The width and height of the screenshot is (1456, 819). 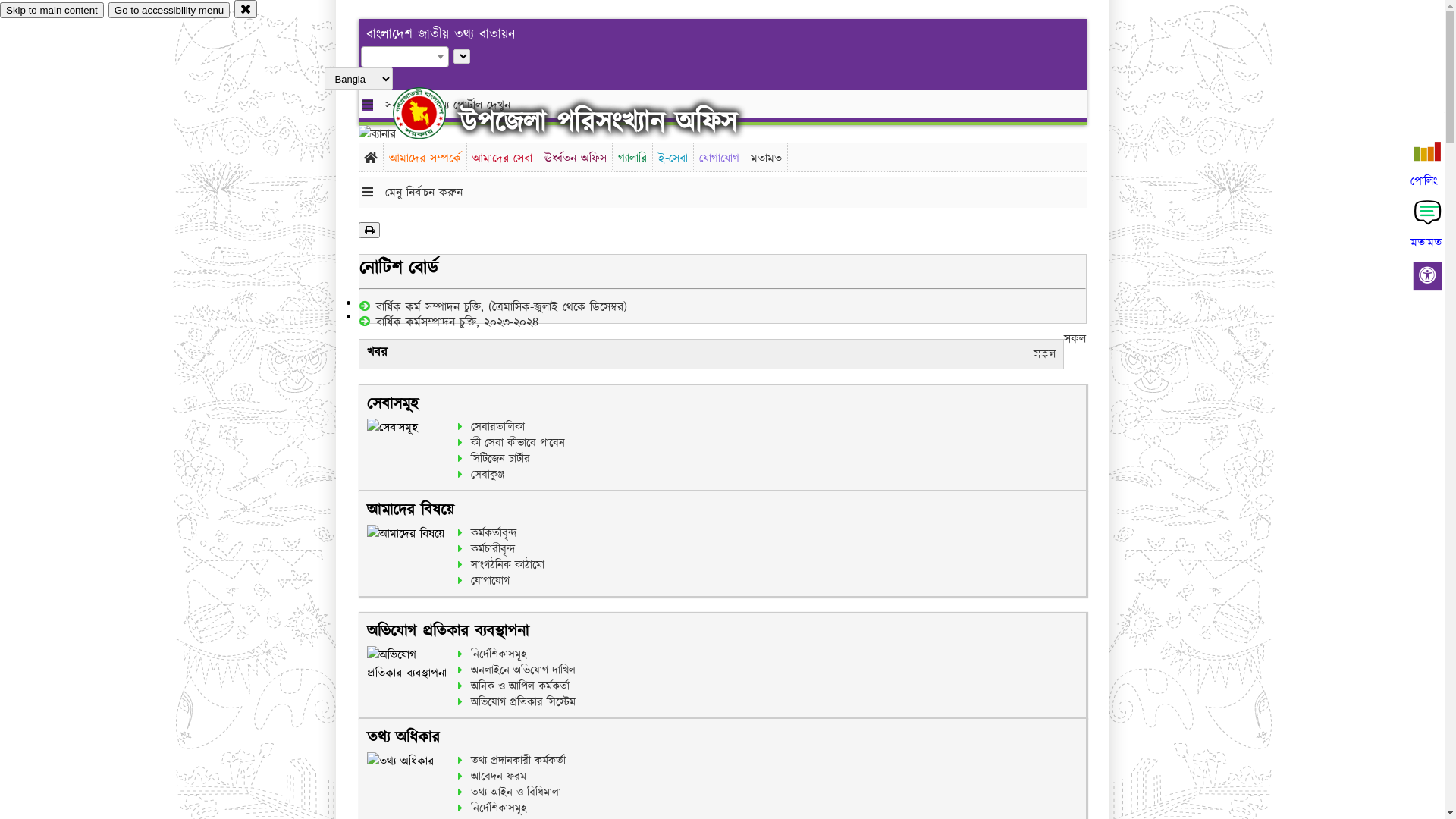 I want to click on 'Skip to main content', so click(x=52, y=10).